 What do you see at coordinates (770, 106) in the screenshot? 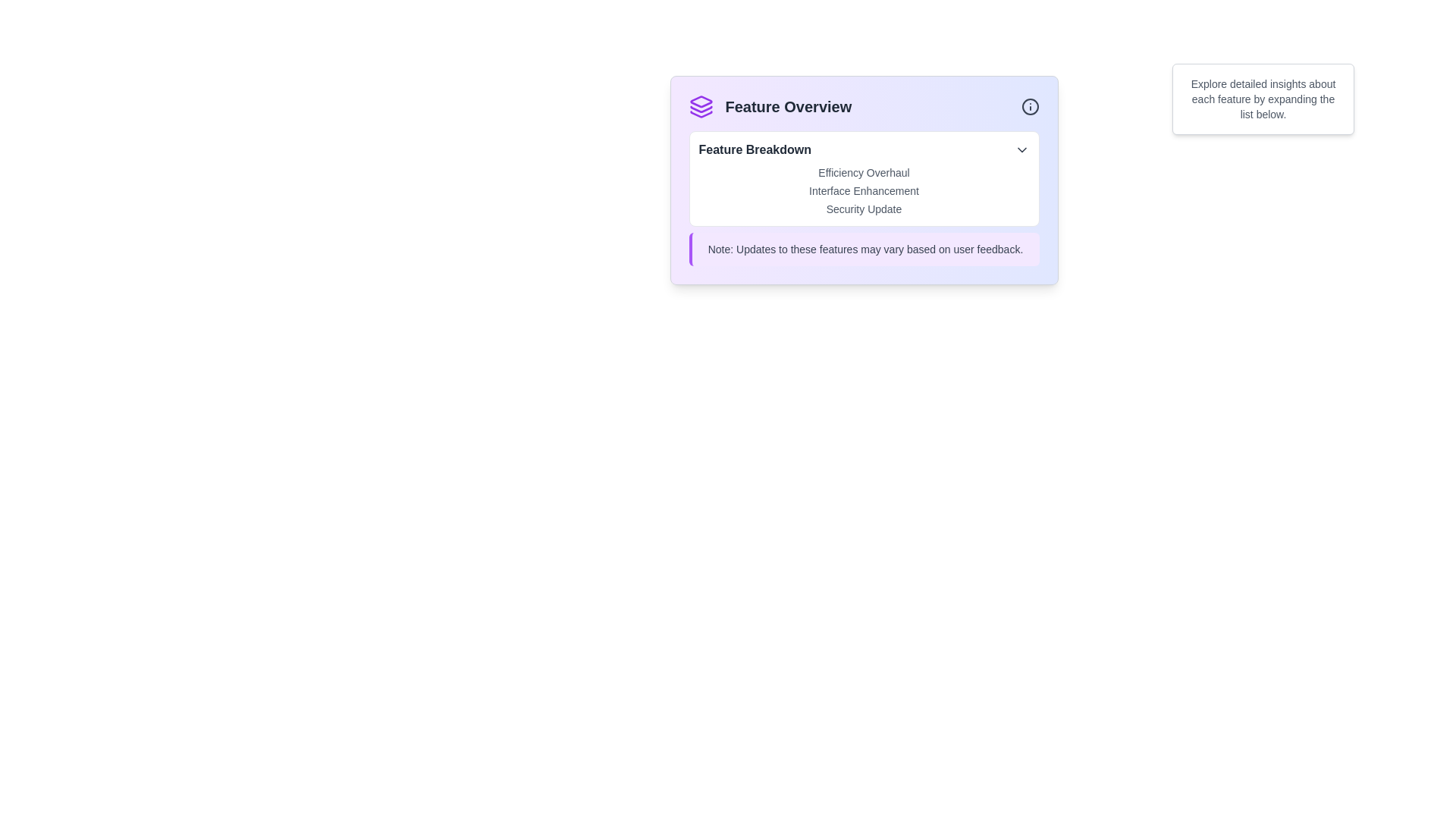
I see `the 'Feature Overview' text element styled with a bold, dark font next to a purple layered content icon, located in the top-left section of a light background card` at bounding box center [770, 106].